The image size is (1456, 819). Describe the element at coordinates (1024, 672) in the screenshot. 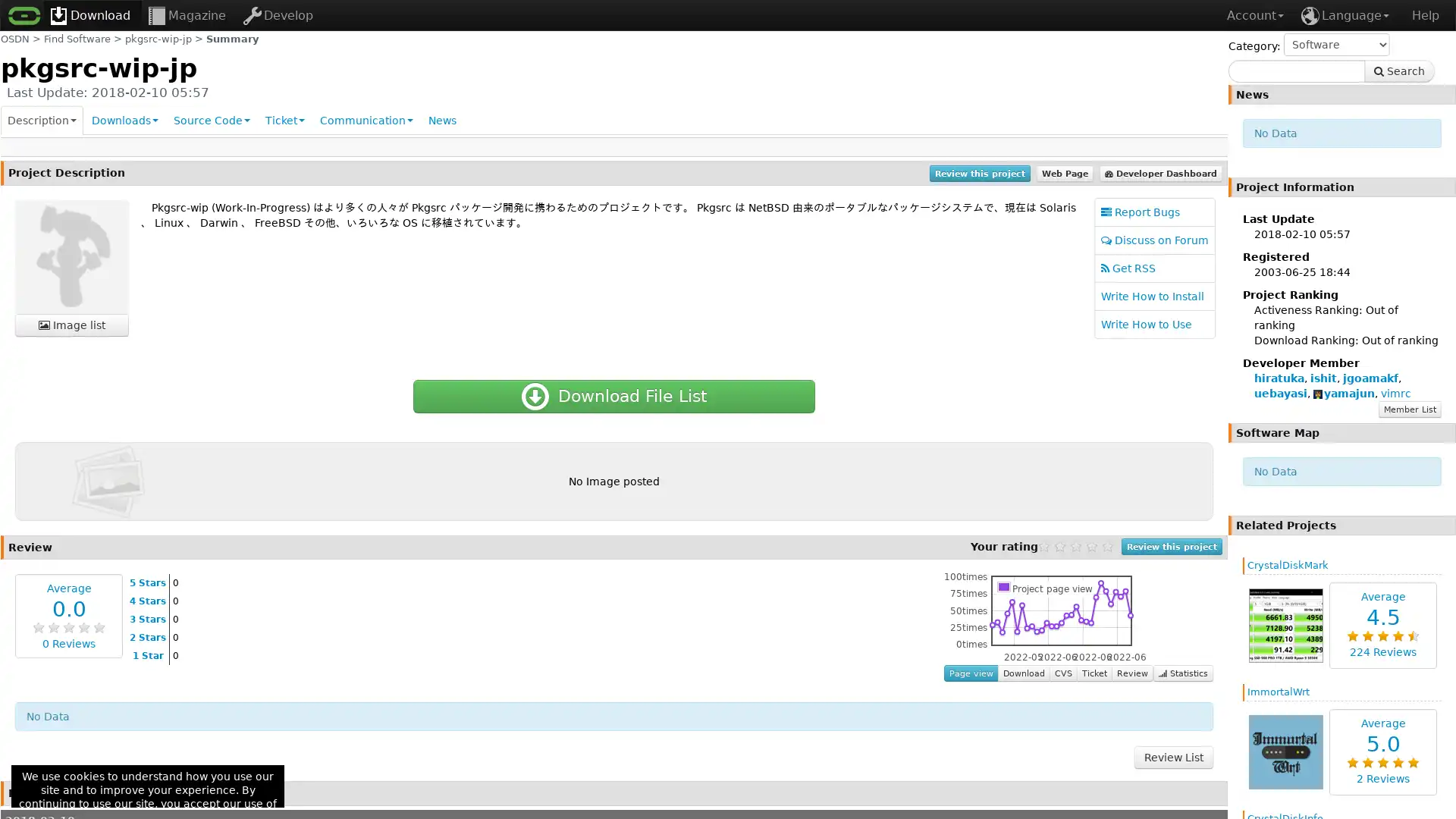

I see `Download` at that location.